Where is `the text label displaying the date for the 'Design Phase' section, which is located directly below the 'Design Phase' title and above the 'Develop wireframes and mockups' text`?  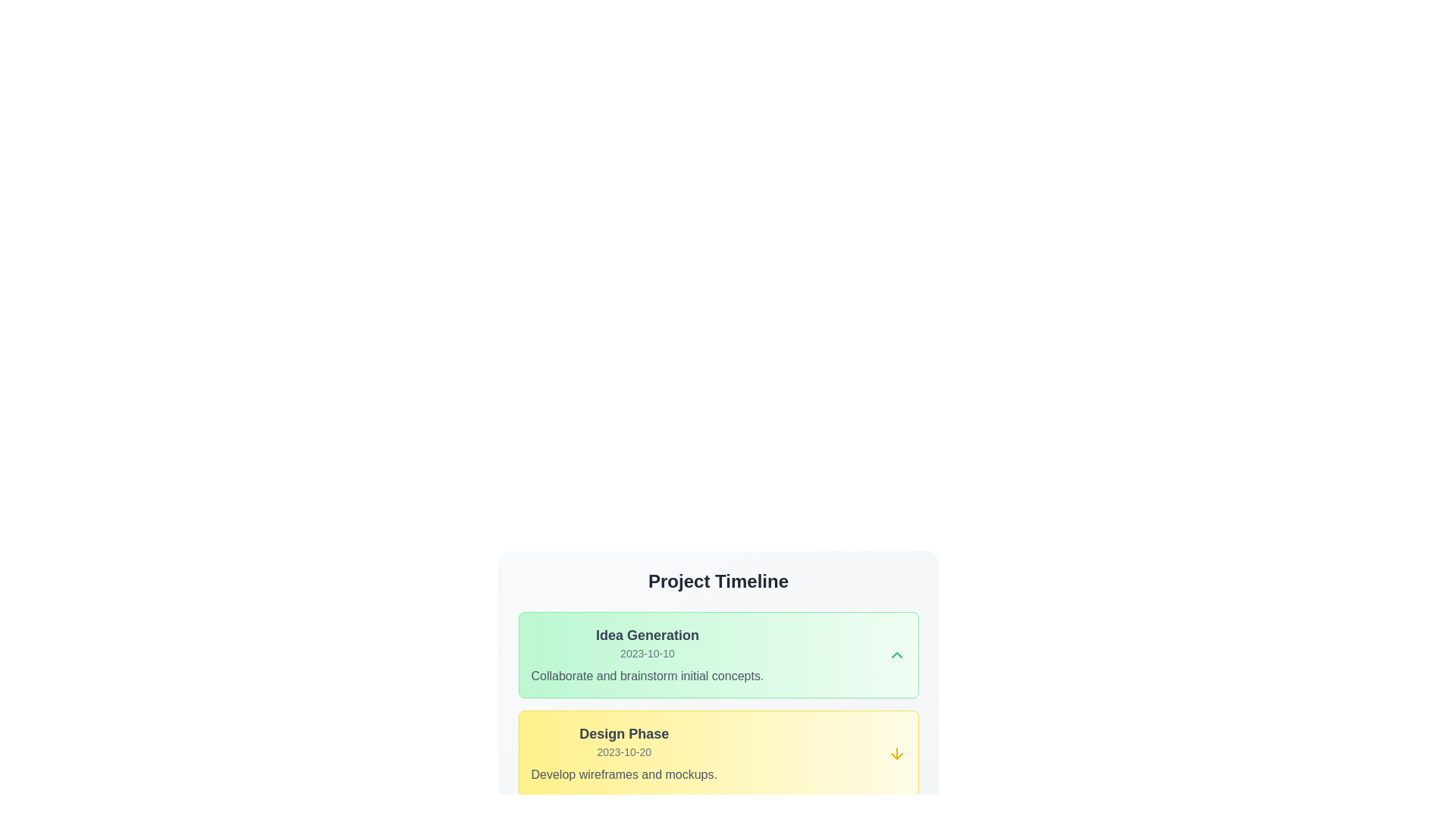
the text label displaying the date for the 'Design Phase' section, which is located directly below the 'Design Phase' title and above the 'Develop wireframes and mockups' text is located at coordinates (624, 752).